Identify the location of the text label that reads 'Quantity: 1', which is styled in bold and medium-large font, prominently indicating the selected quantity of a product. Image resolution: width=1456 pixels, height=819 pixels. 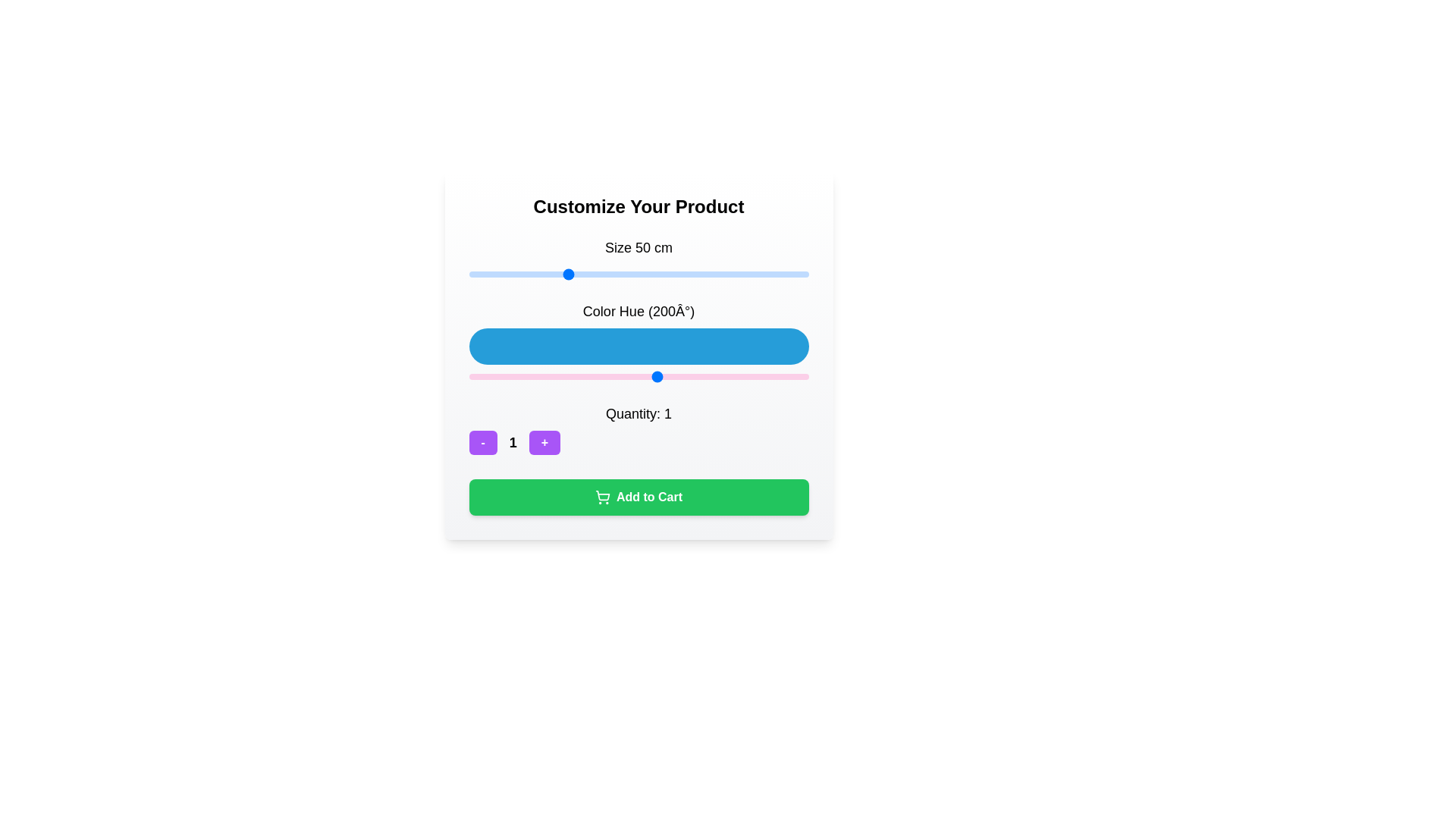
(639, 414).